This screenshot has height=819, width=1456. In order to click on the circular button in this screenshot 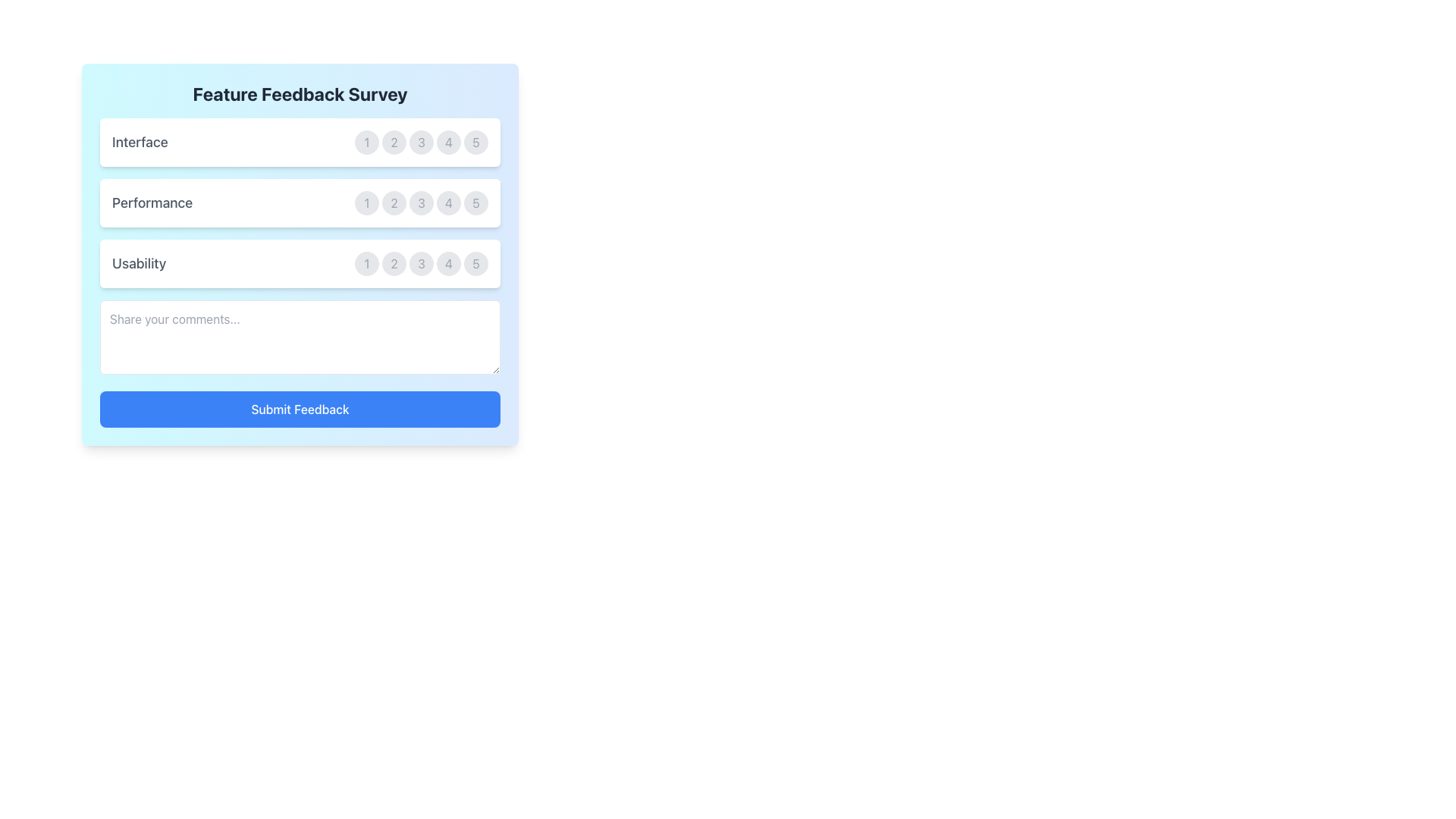, I will do `click(300, 262)`.